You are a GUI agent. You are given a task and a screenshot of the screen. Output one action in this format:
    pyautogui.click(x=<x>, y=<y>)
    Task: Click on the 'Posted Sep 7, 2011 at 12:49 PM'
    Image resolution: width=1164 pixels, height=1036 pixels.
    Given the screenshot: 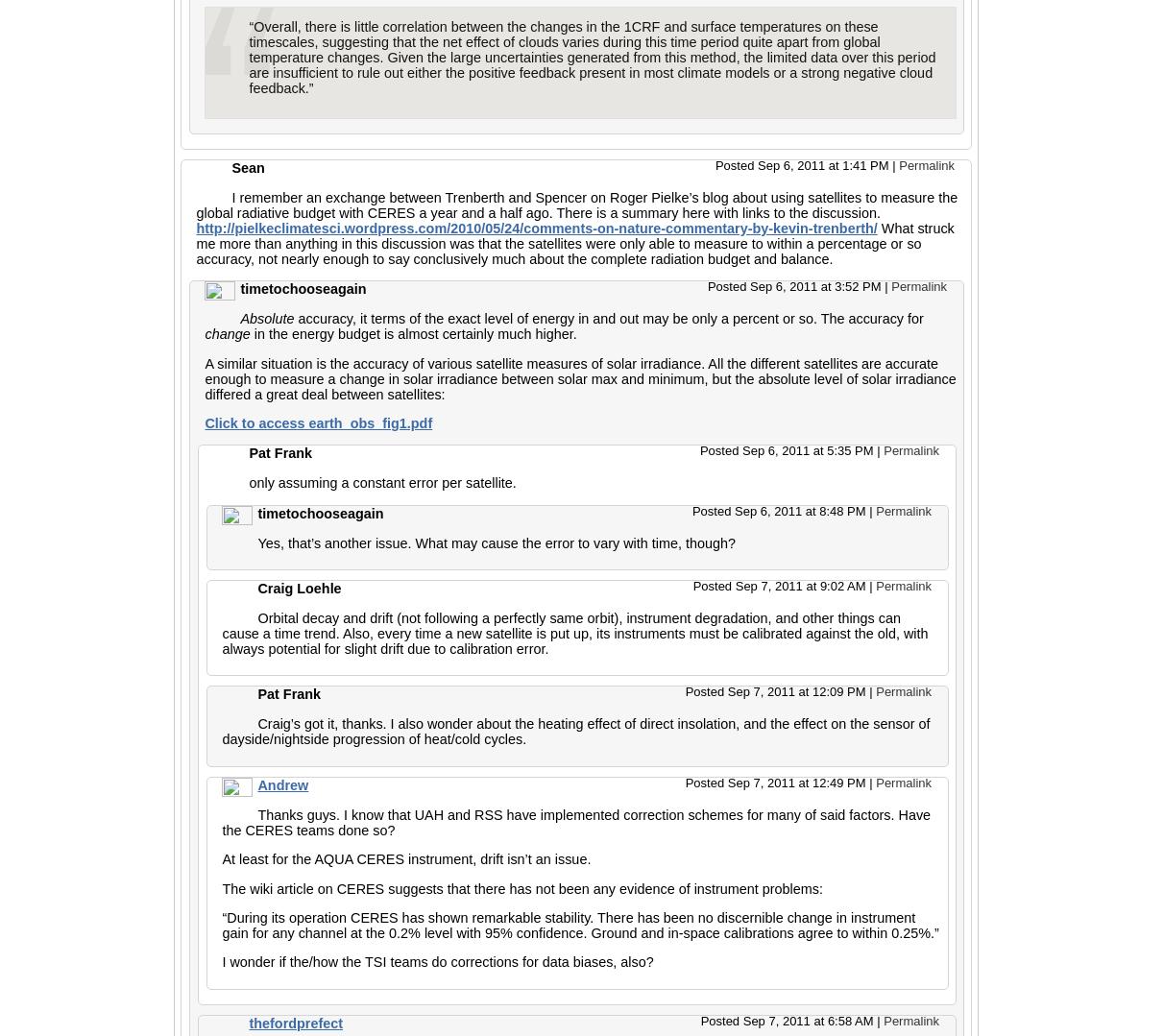 What is the action you would take?
    pyautogui.click(x=776, y=781)
    